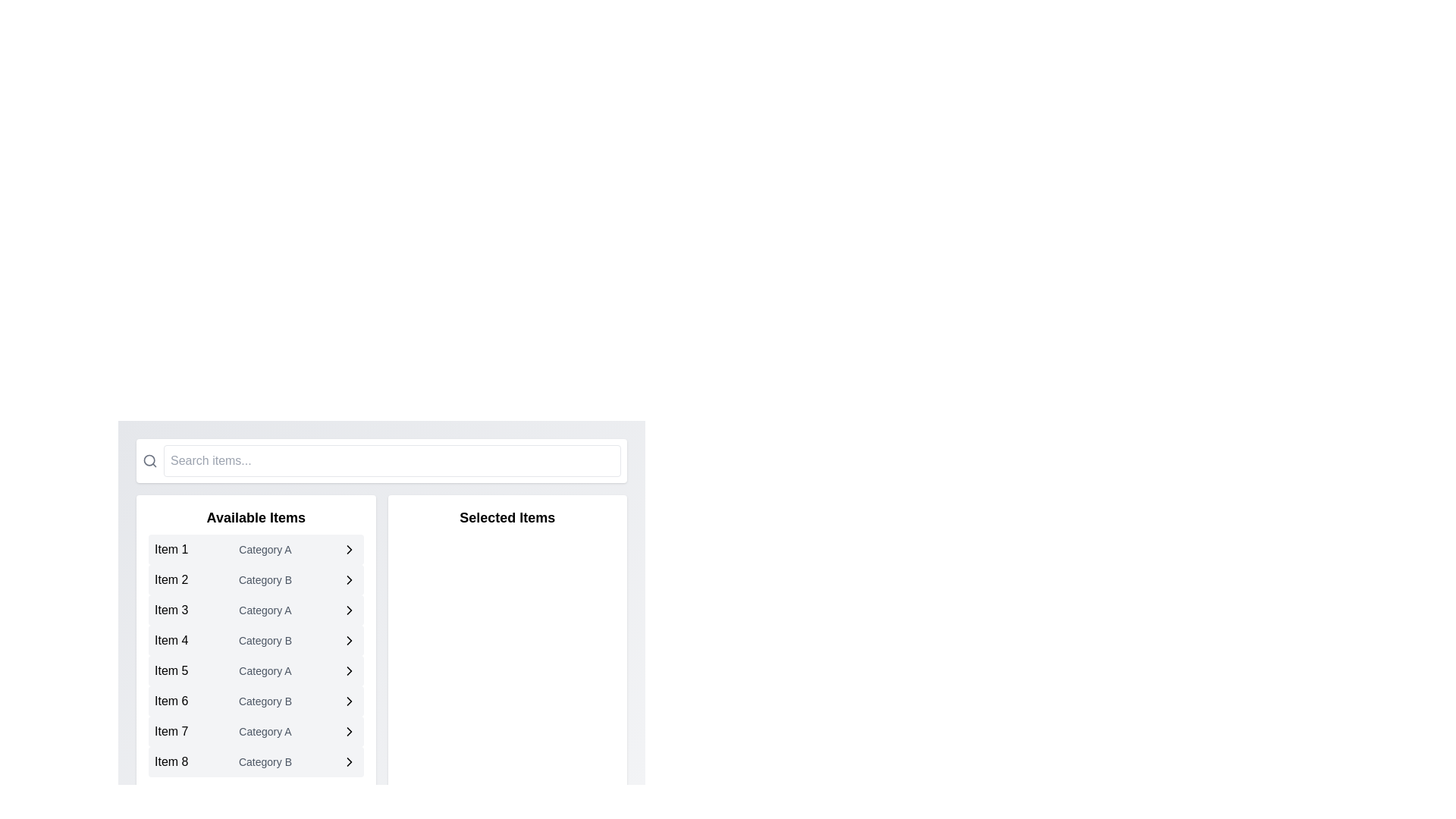 The image size is (1456, 819). What do you see at coordinates (349, 579) in the screenshot?
I see `the chevron icon located to the right of 'Category B' in the 'Available Items' section for 'Item 2'` at bounding box center [349, 579].